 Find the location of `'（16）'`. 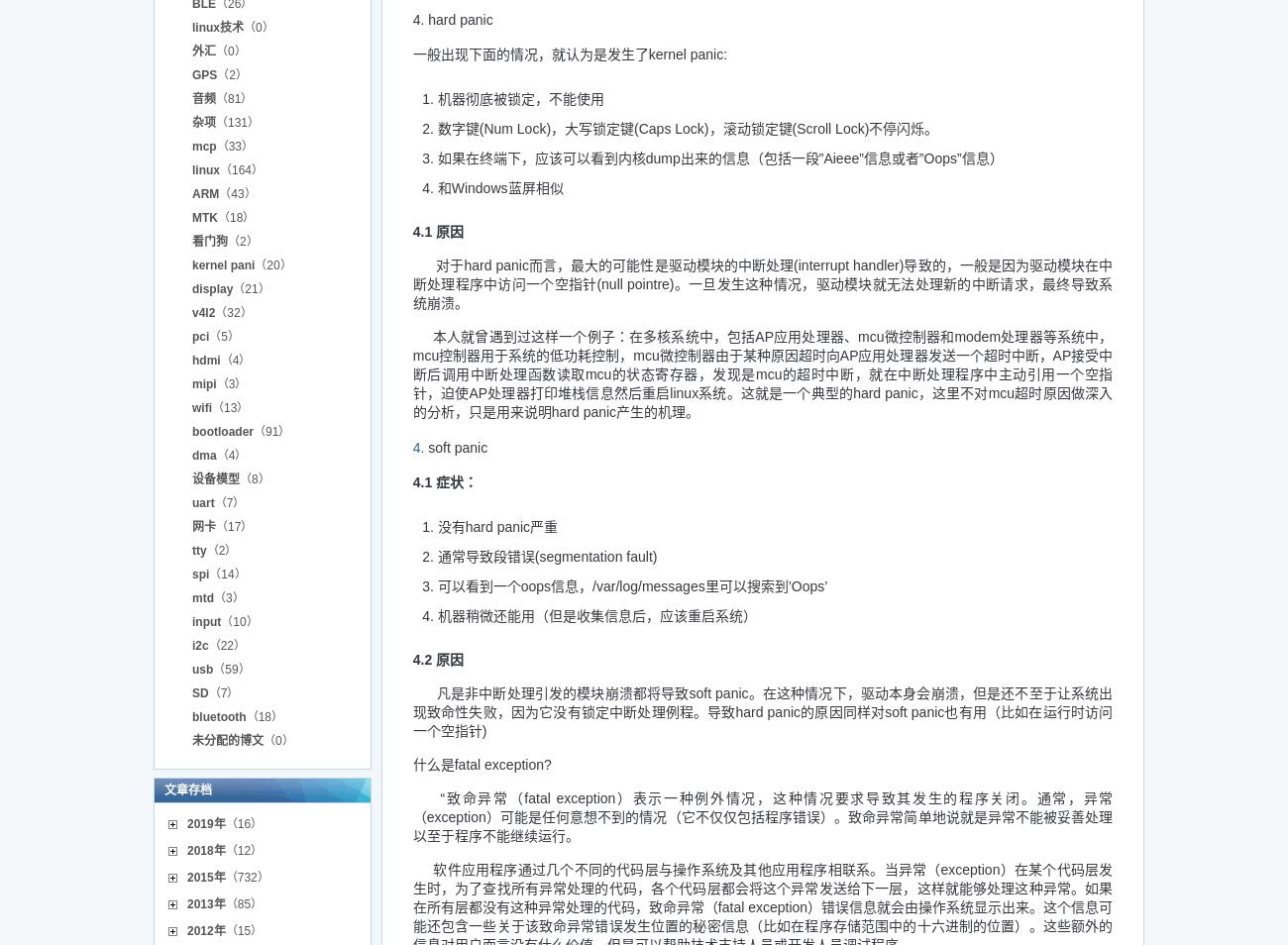

'（16）' is located at coordinates (223, 823).